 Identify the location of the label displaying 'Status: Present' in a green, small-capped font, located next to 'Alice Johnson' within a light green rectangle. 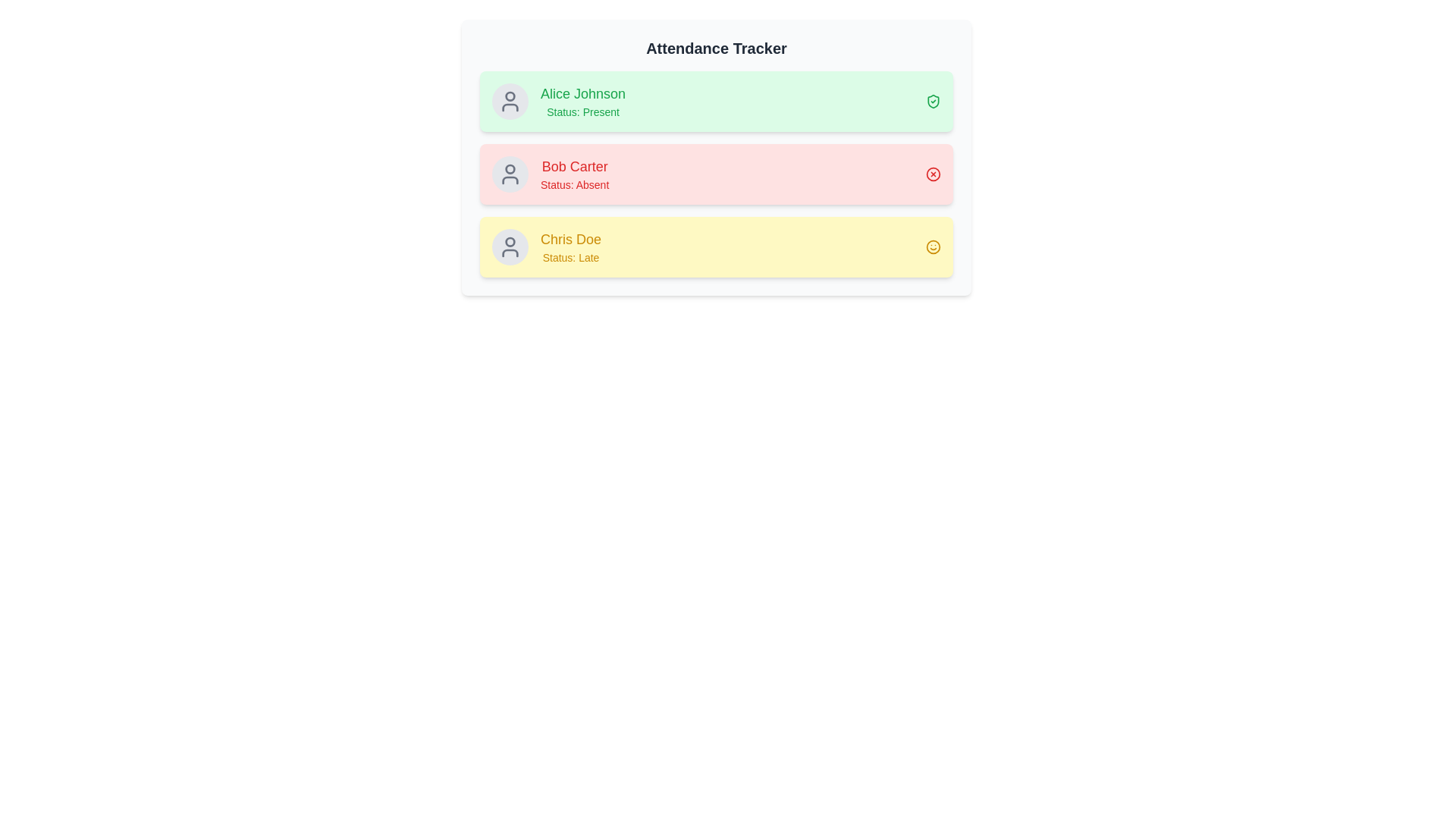
(582, 111).